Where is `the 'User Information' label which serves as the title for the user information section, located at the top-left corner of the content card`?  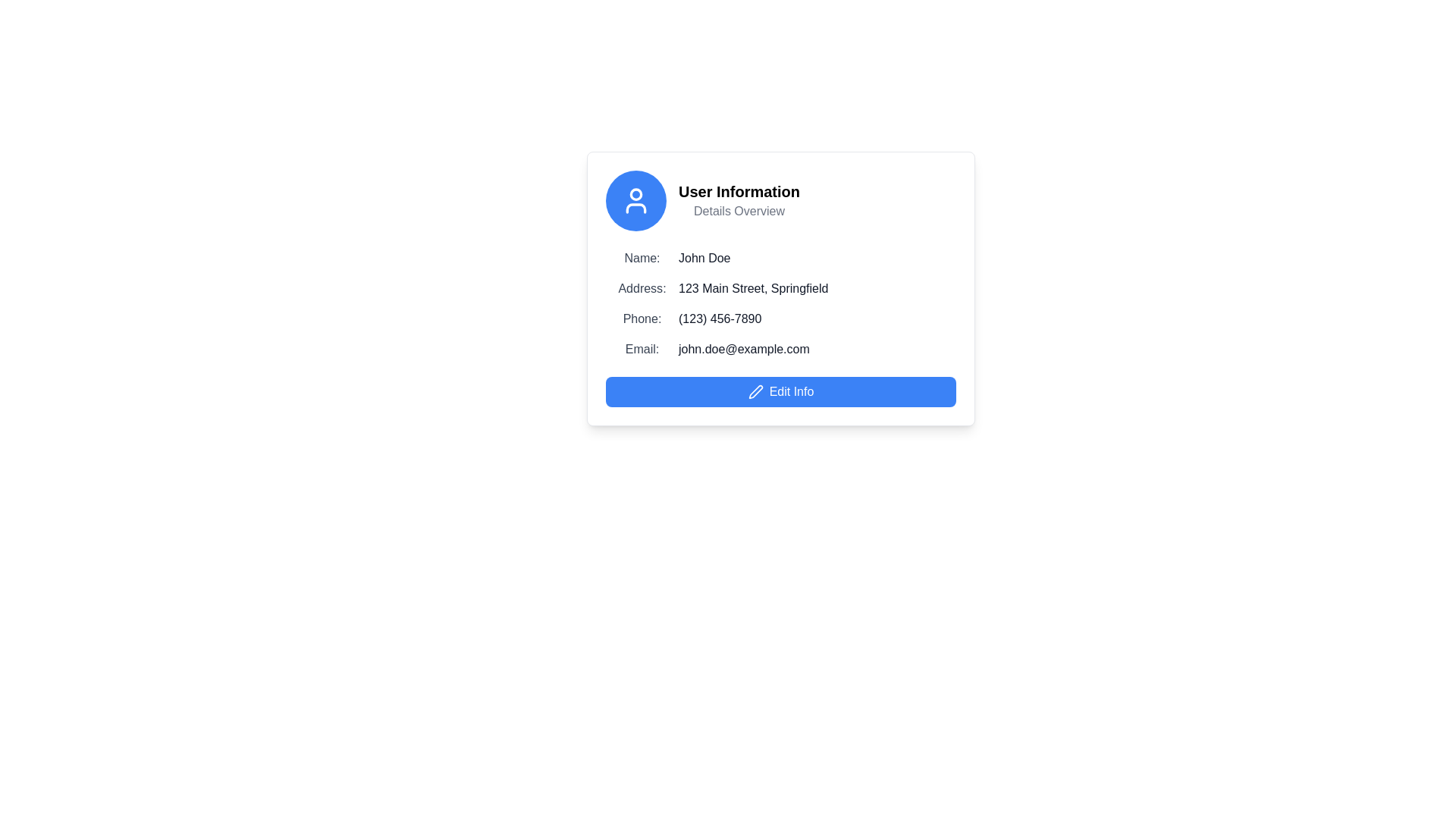
the 'User Information' label which serves as the title for the user information section, located at the top-left corner of the content card is located at coordinates (739, 191).